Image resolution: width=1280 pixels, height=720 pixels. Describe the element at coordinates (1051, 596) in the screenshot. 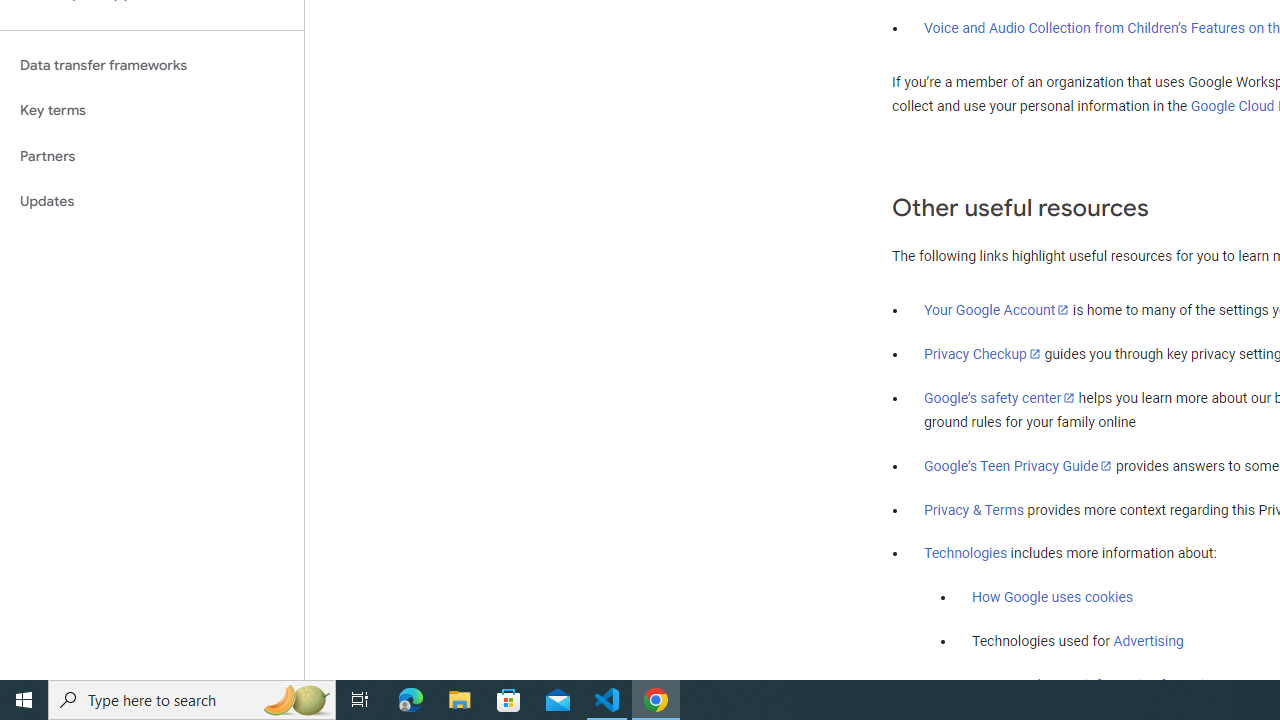

I see `'How Google uses cookies'` at that location.